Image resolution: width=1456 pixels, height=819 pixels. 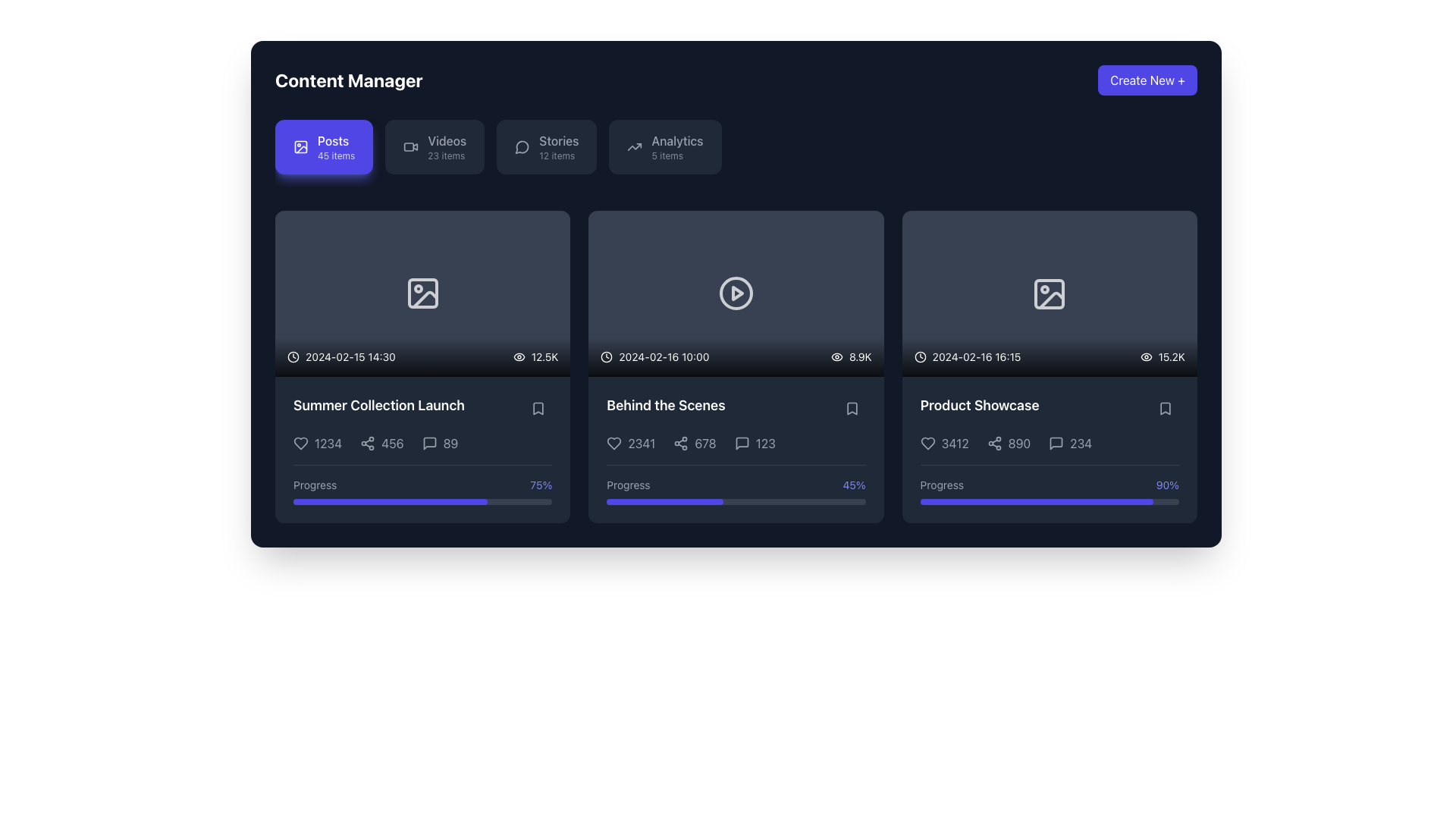 What do you see at coordinates (919, 356) in the screenshot?
I see `the small circular clock icon located in the 'Product Showcase' card within the timestamp cluster '2024-02-16 16:15'` at bounding box center [919, 356].